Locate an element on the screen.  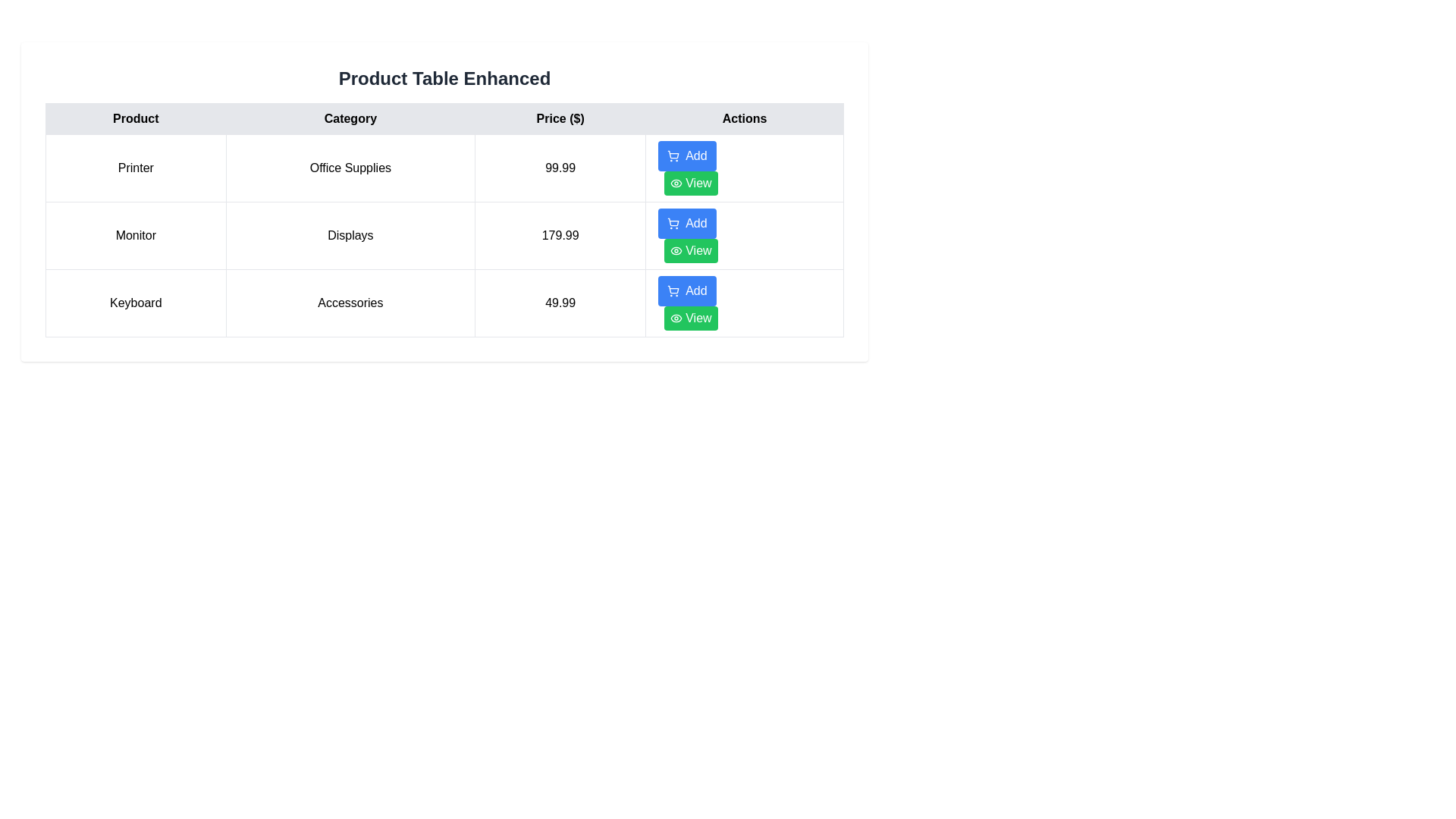
the shopping cart icon located in the 'Actions' column of the second row of the table, which visually represents adding an item to the shopping cart is located at coordinates (673, 222).